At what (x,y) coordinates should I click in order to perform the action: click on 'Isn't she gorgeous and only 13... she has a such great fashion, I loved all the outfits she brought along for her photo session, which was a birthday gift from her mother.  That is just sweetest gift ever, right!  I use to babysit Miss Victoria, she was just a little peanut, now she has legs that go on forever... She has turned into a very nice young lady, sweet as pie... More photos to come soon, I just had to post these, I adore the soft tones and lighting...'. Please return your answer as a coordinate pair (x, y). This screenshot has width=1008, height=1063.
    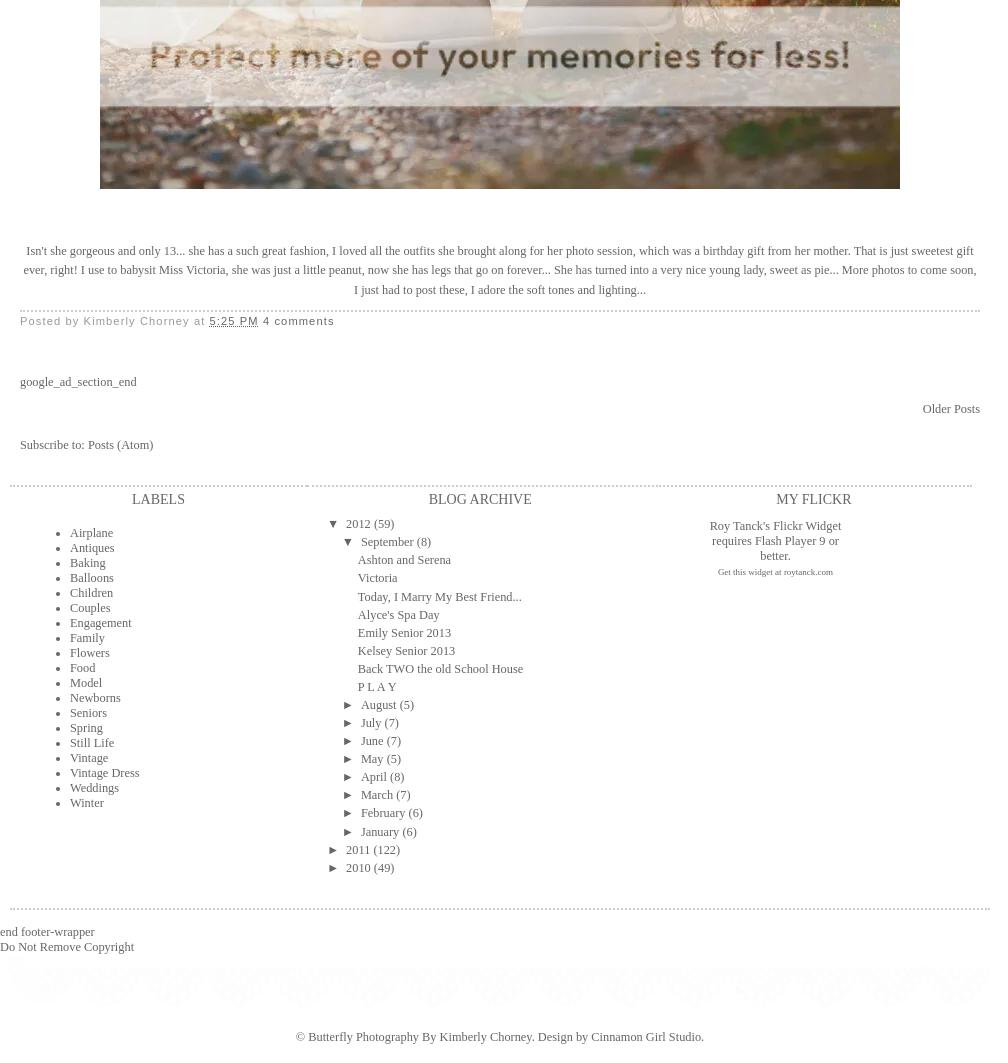
    Looking at the image, I should click on (22, 270).